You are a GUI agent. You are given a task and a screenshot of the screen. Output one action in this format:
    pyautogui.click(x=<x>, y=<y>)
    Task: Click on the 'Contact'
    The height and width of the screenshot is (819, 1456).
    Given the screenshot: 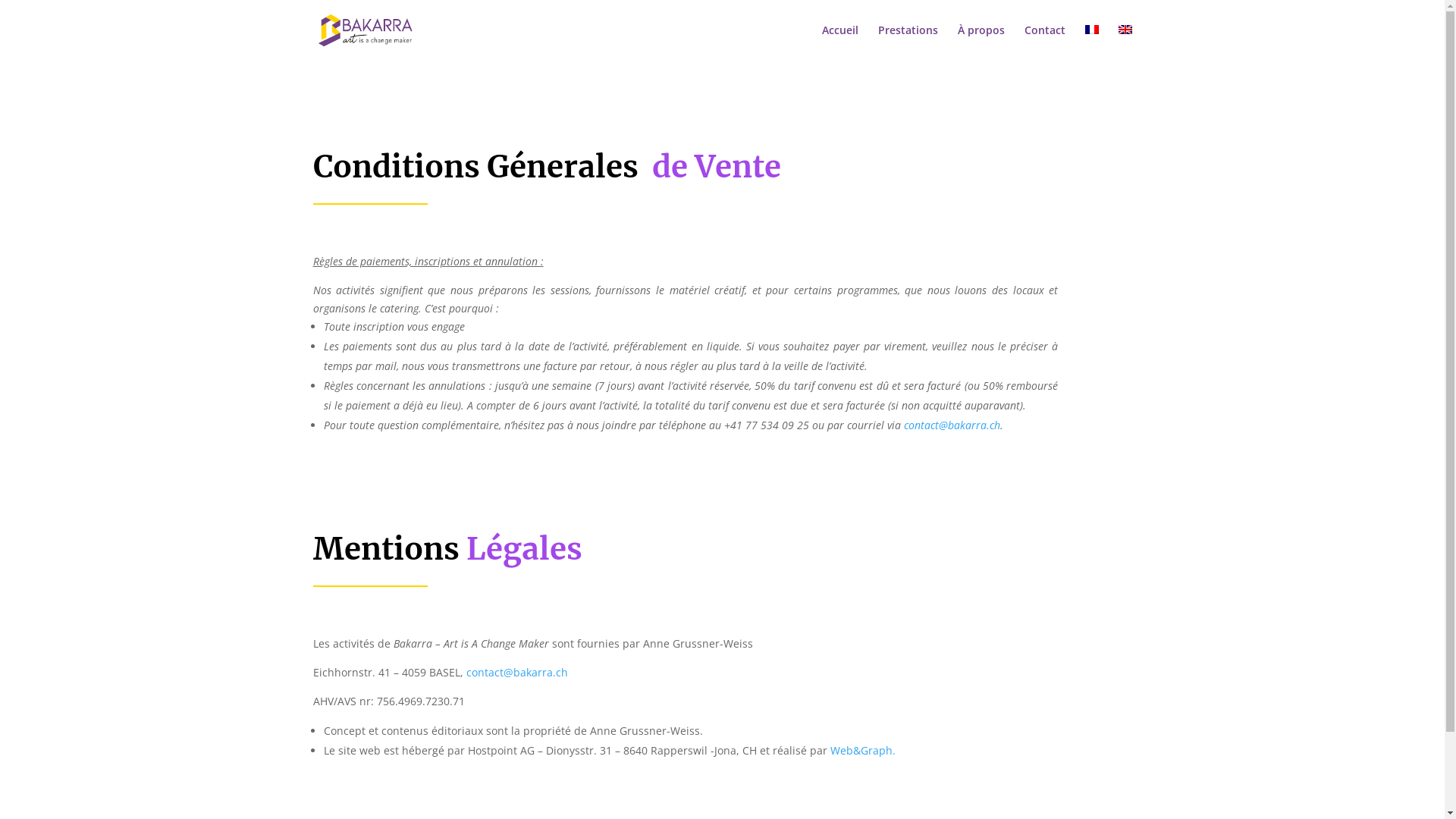 What is the action you would take?
    pyautogui.click(x=1043, y=42)
    